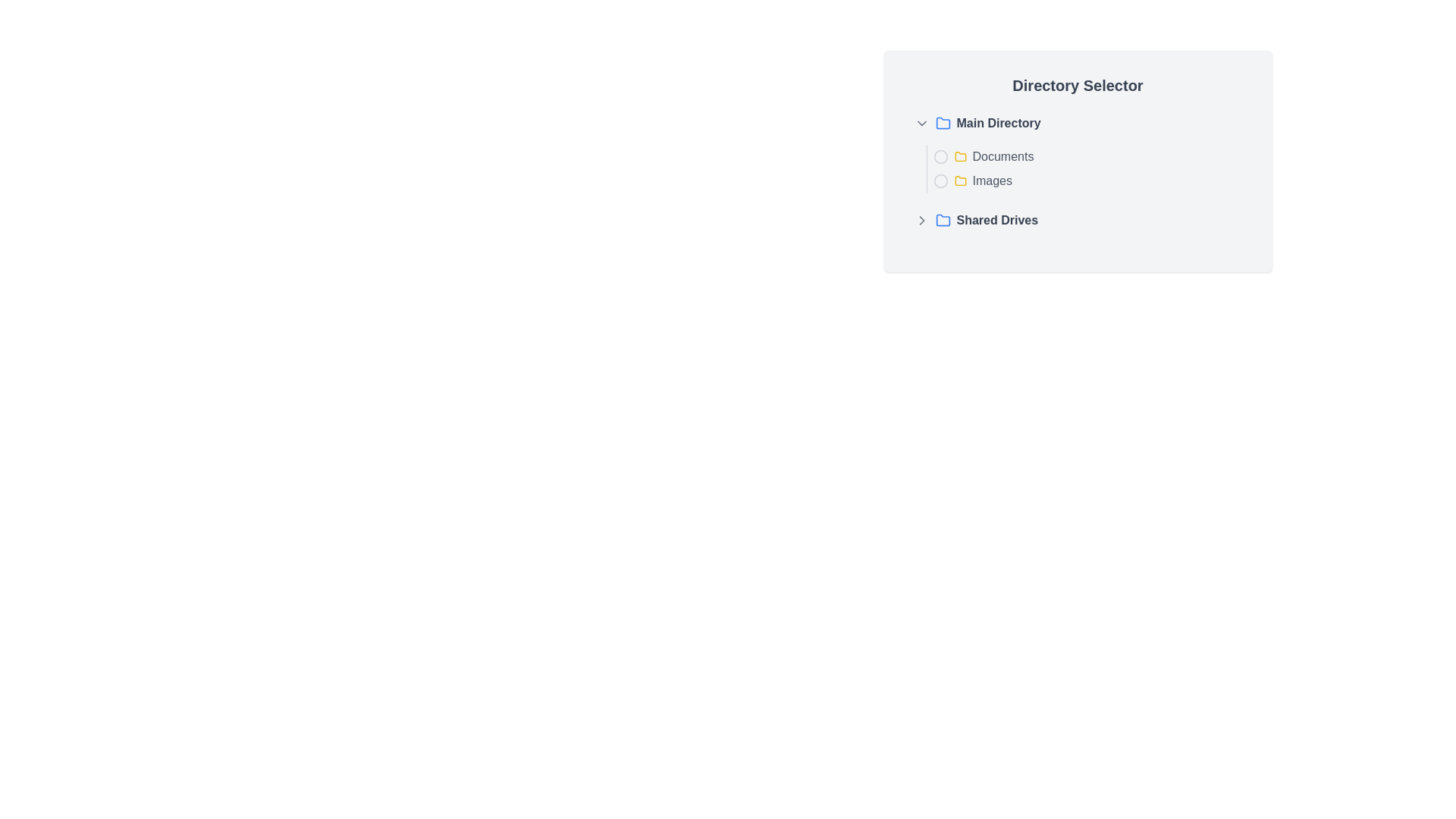 This screenshot has height=819, width=1456. What do you see at coordinates (942, 122) in the screenshot?
I see `the blue folder icon located to the left of the text 'Main Directory' in the directory selector interface` at bounding box center [942, 122].